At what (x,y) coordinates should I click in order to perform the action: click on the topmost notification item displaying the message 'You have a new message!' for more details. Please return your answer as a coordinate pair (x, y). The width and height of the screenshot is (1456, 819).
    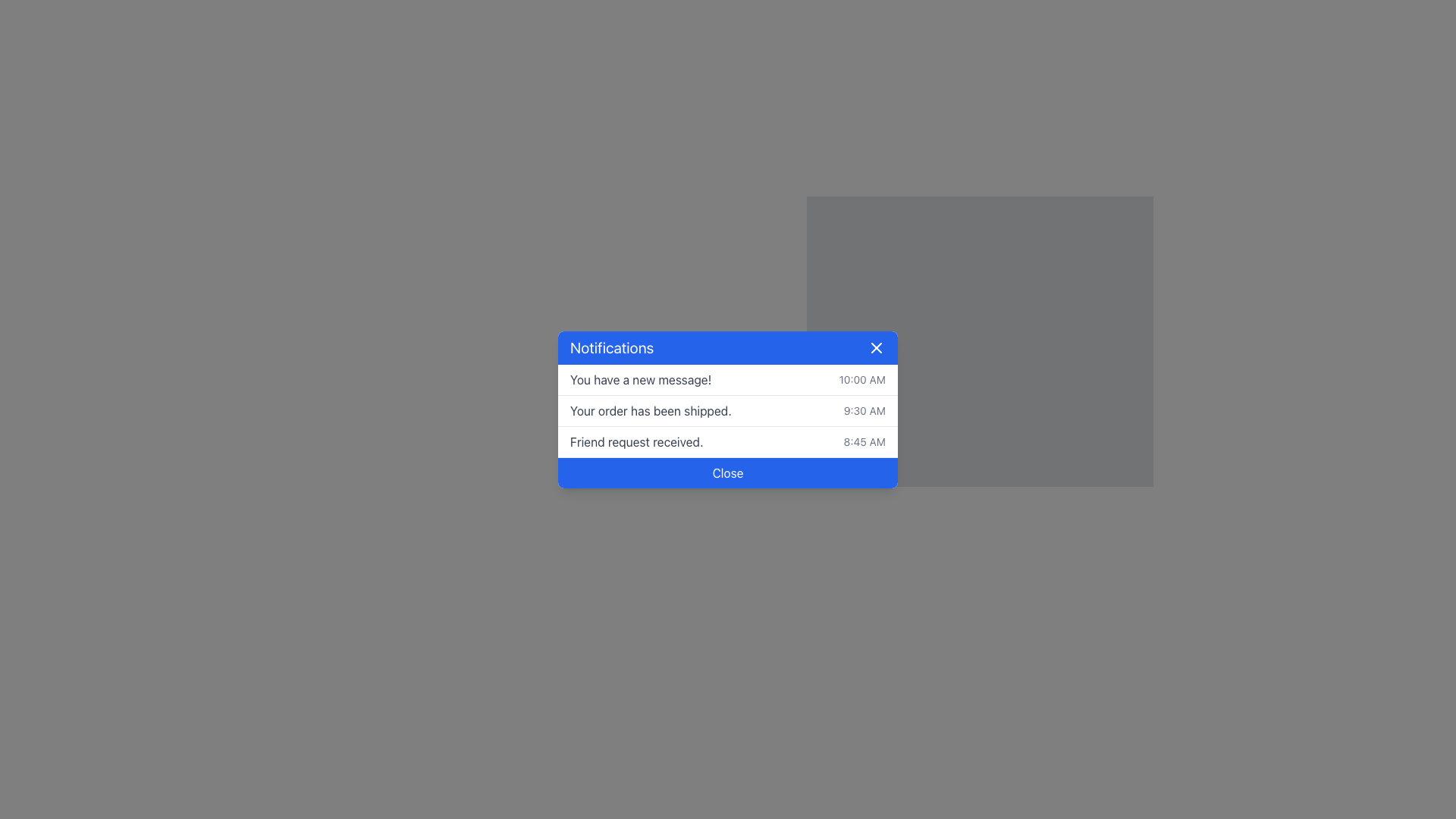
    Looking at the image, I should click on (728, 379).